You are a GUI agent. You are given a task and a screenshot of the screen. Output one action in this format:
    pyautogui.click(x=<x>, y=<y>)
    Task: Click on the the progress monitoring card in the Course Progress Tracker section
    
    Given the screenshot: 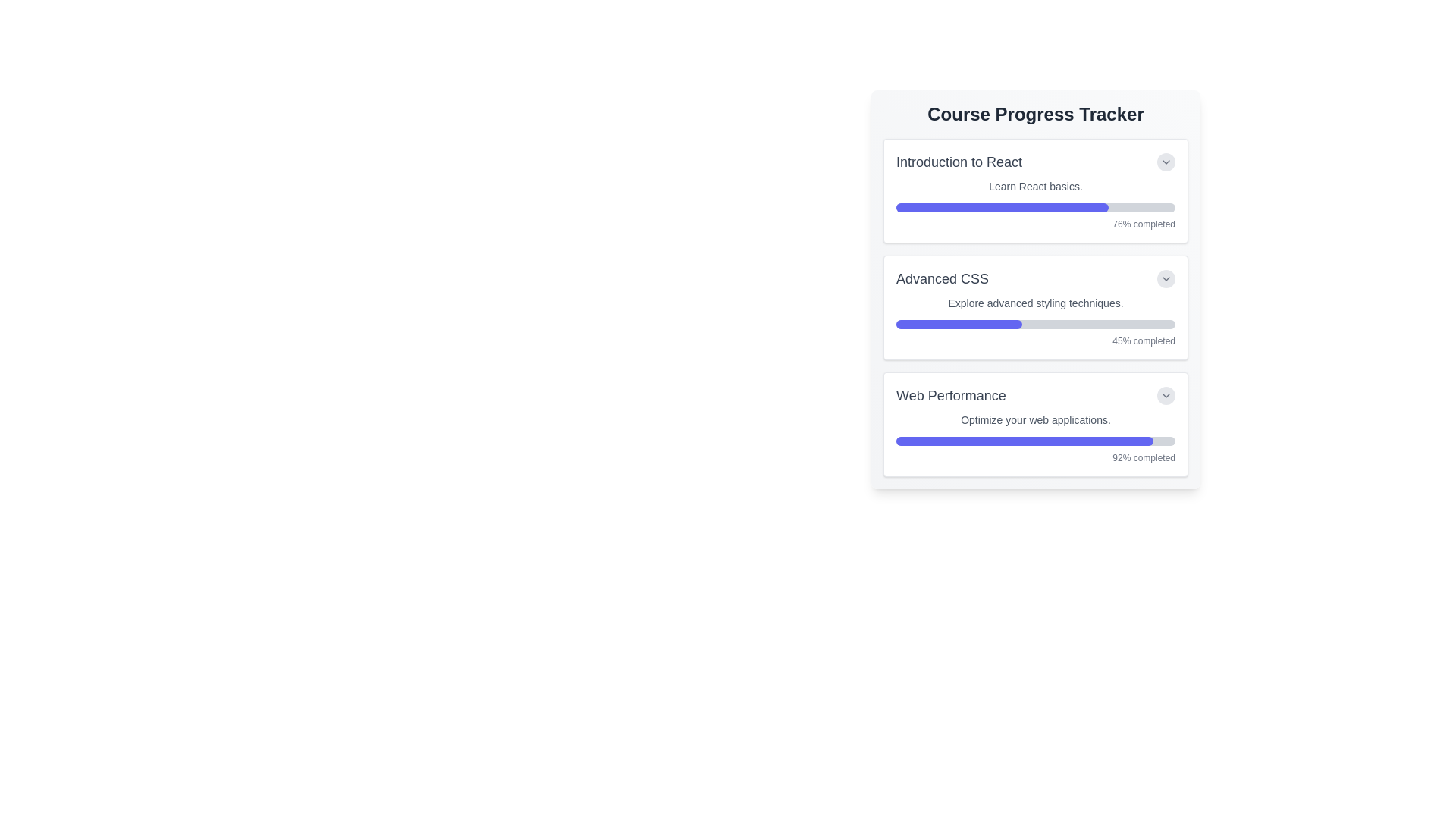 What is the action you would take?
    pyautogui.click(x=1035, y=307)
    